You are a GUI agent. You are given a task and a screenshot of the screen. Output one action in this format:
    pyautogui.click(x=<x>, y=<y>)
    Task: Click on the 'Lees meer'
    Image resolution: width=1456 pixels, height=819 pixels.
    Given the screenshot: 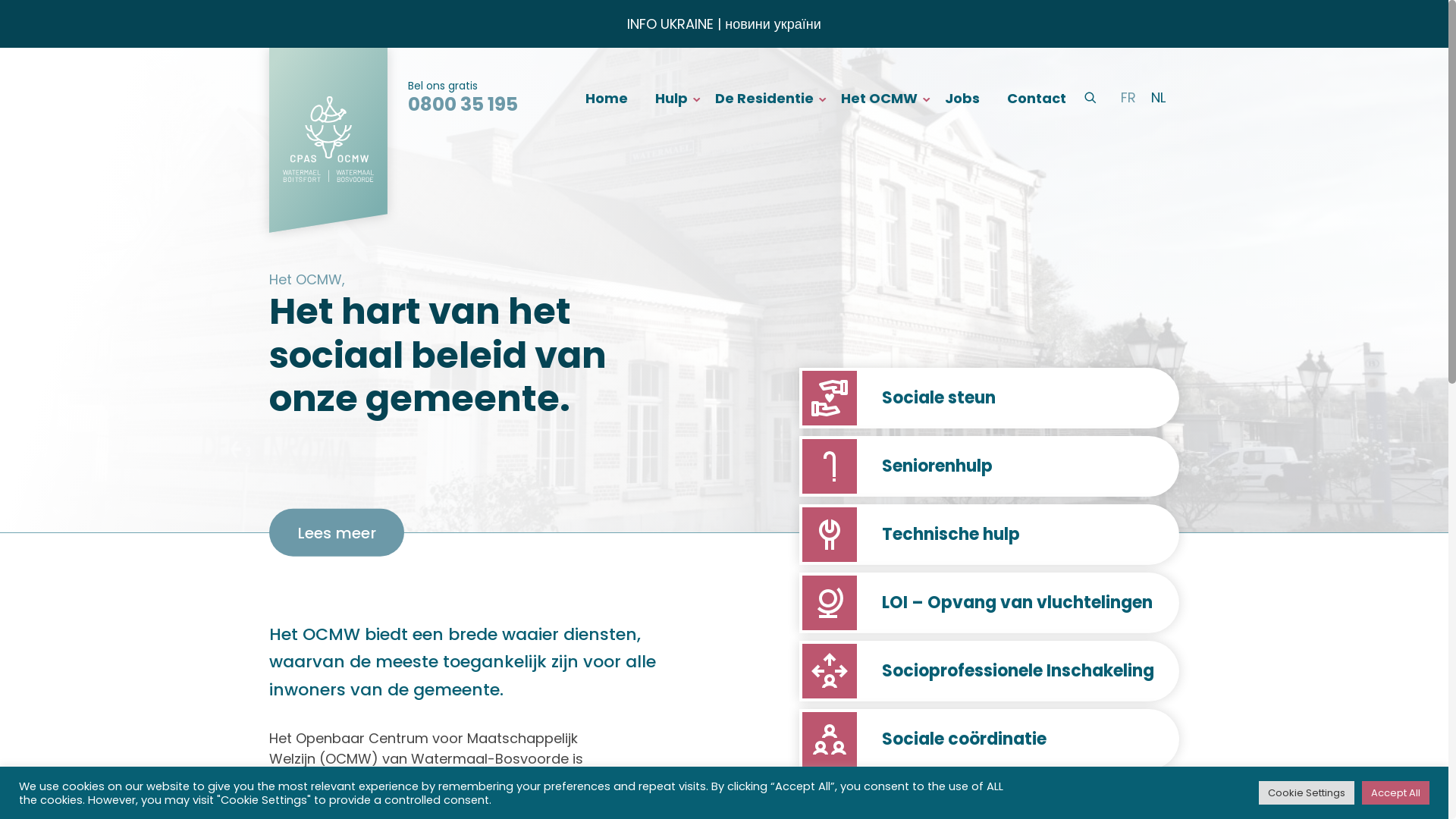 What is the action you would take?
    pyautogui.click(x=336, y=531)
    